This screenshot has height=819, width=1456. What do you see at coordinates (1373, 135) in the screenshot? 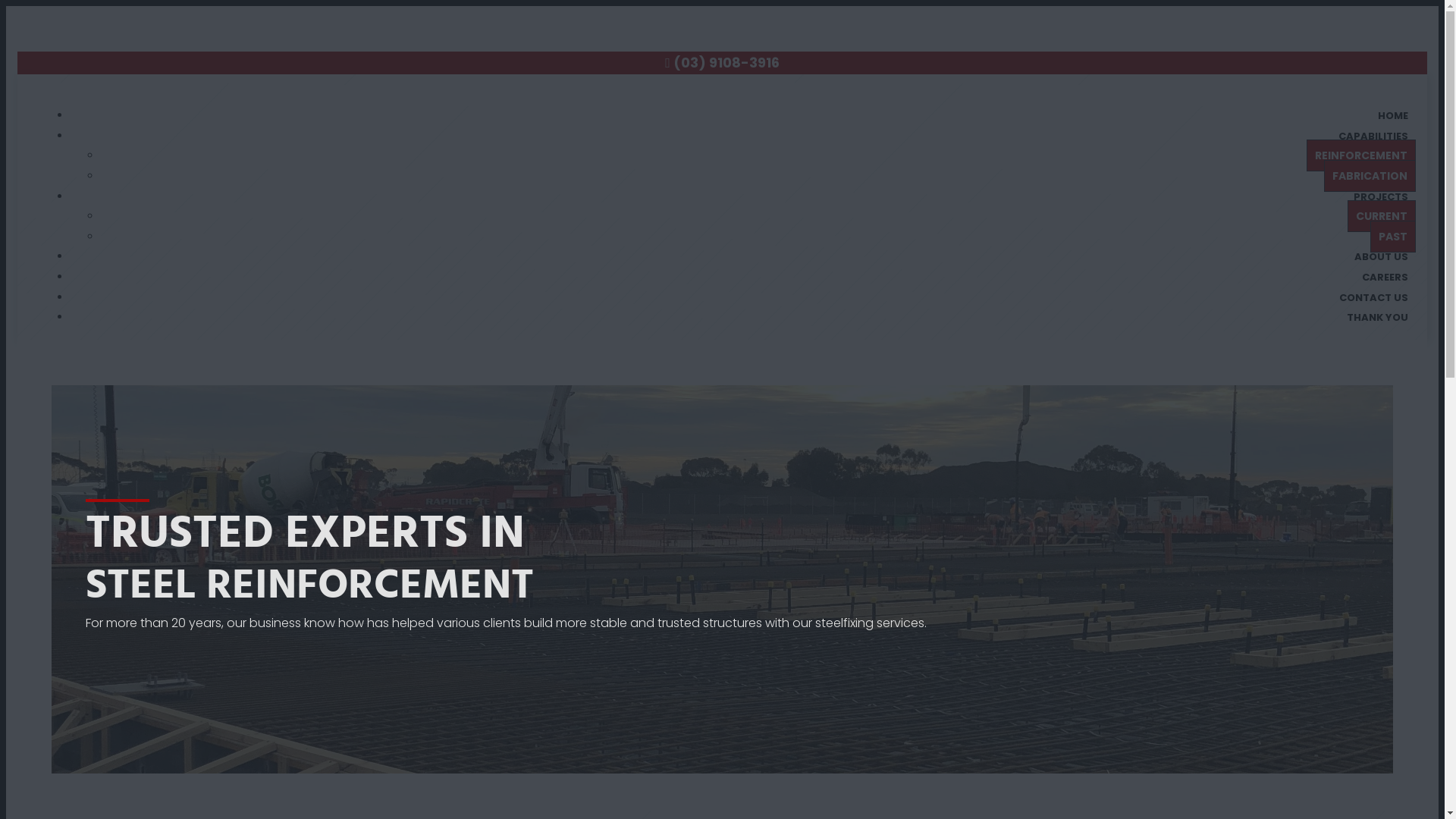
I see `'CAPABILITIES'` at bounding box center [1373, 135].